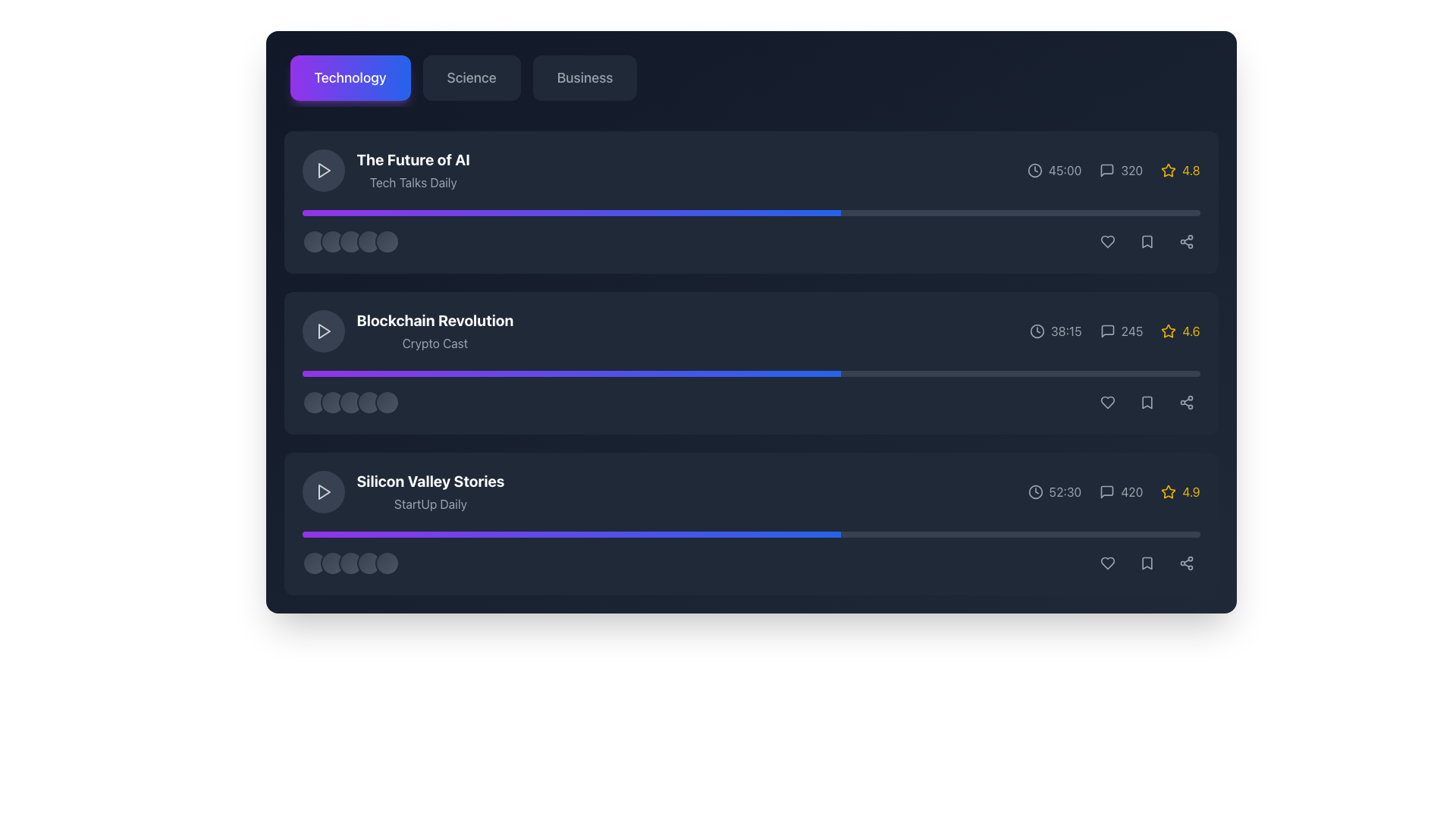 The width and height of the screenshot is (1456, 819). What do you see at coordinates (387, 402) in the screenshot?
I see `the fifth circular button located below the 'Blockchain Revolution' podcast entry` at bounding box center [387, 402].